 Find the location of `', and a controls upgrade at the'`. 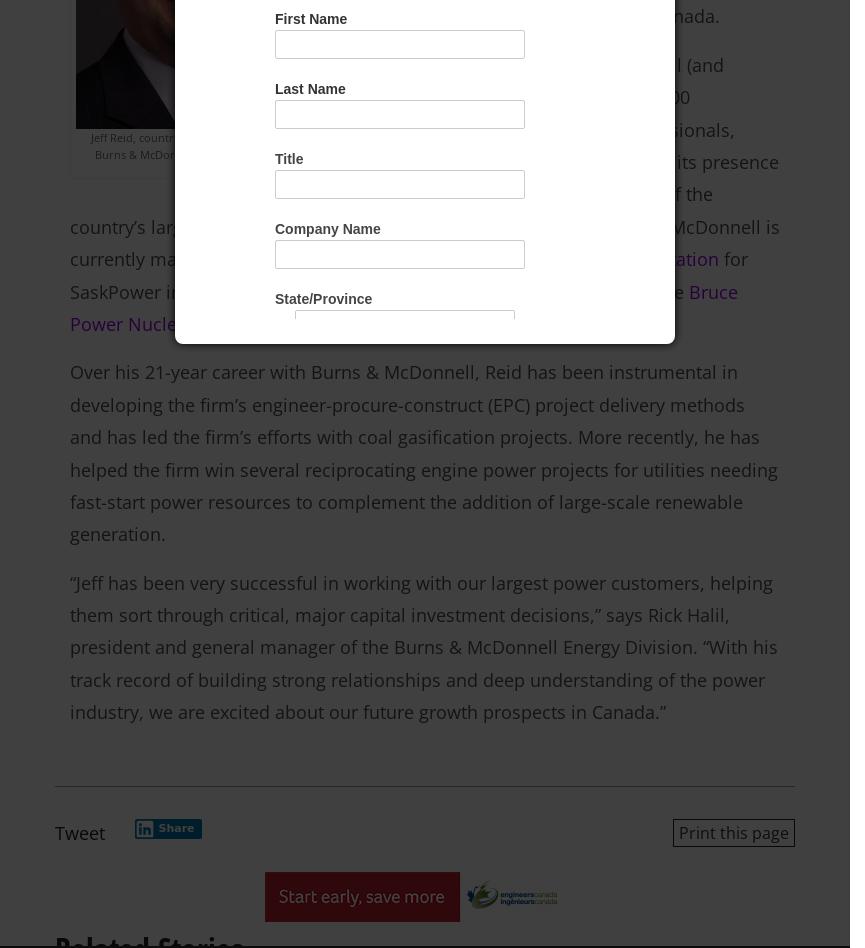

', and a controls upgrade at the' is located at coordinates (555, 291).